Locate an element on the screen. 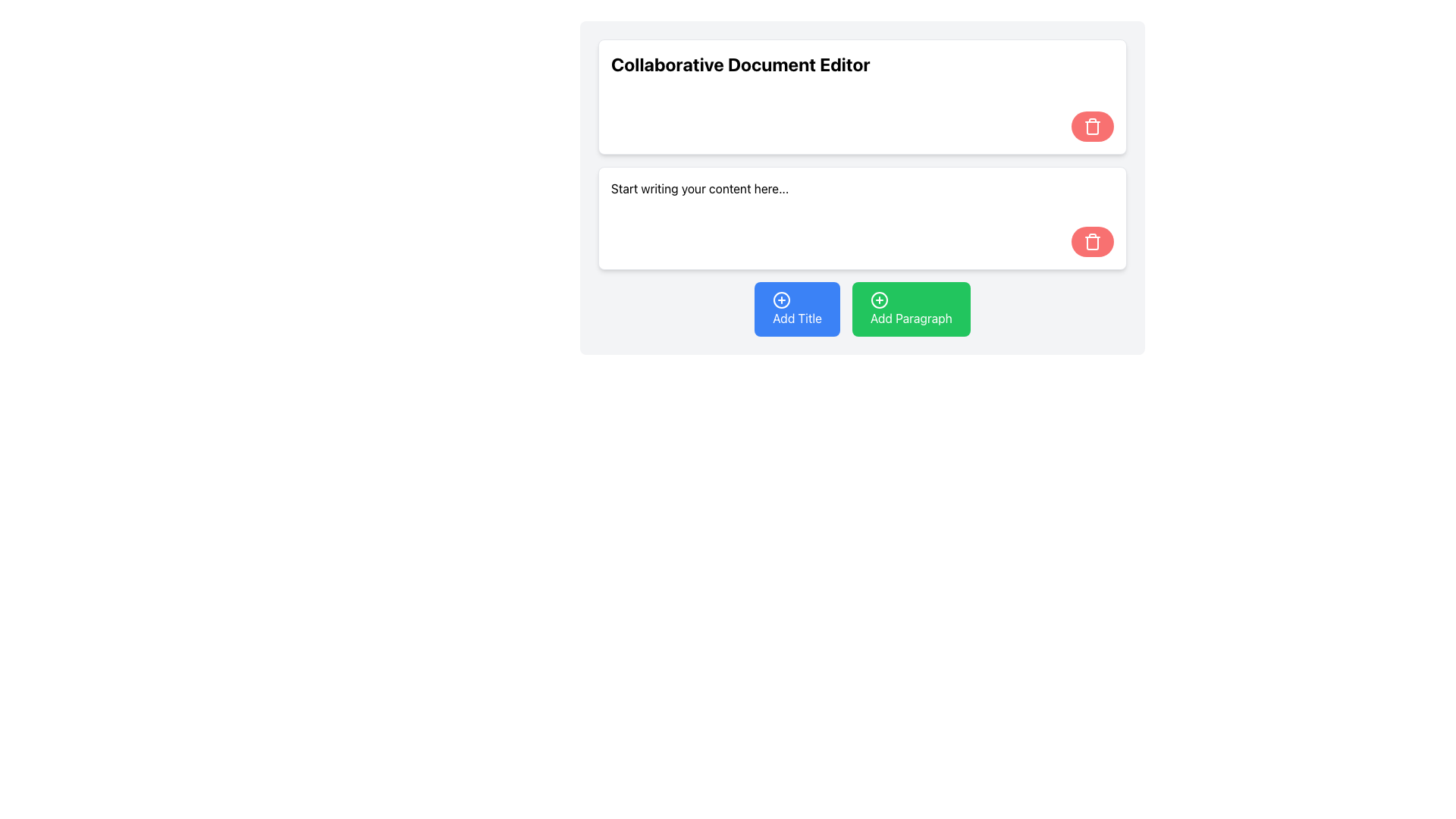 The height and width of the screenshot is (819, 1456). the SVG Circle Element located in the center of the green 'Add Paragraph' button on the far right of the interface is located at coordinates (879, 300).